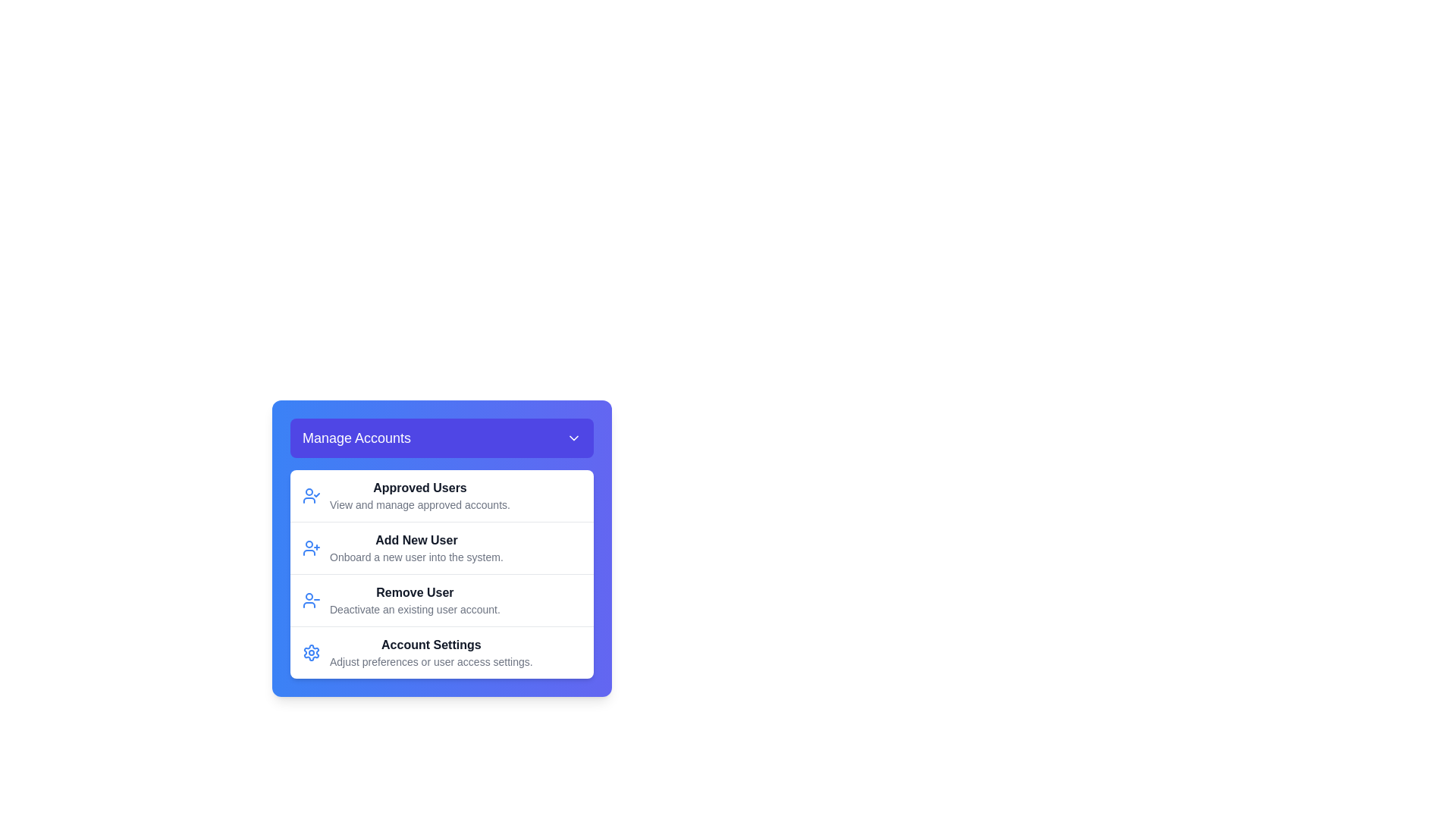 The height and width of the screenshot is (819, 1456). Describe the element at coordinates (311, 496) in the screenshot. I see `the user icon with a checkmark indicating approval located in the 'Approved Users' section of the 'Manage Accounts' interface` at that location.